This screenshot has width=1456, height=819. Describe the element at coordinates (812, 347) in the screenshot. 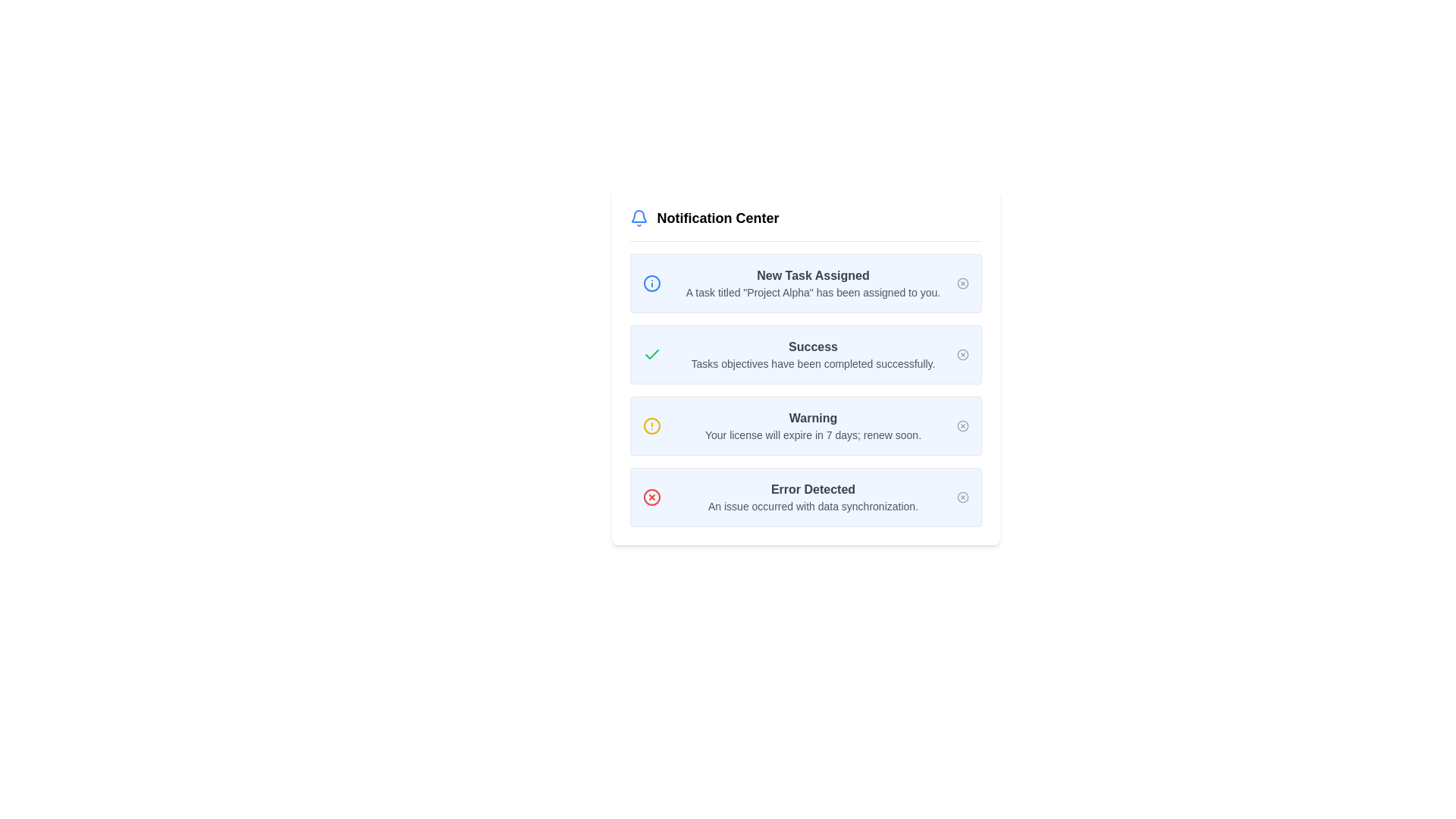

I see `the bold text label 'Success' within the notification box, which is styled with dark gray color and larger font size, indicating emphasis` at that location.